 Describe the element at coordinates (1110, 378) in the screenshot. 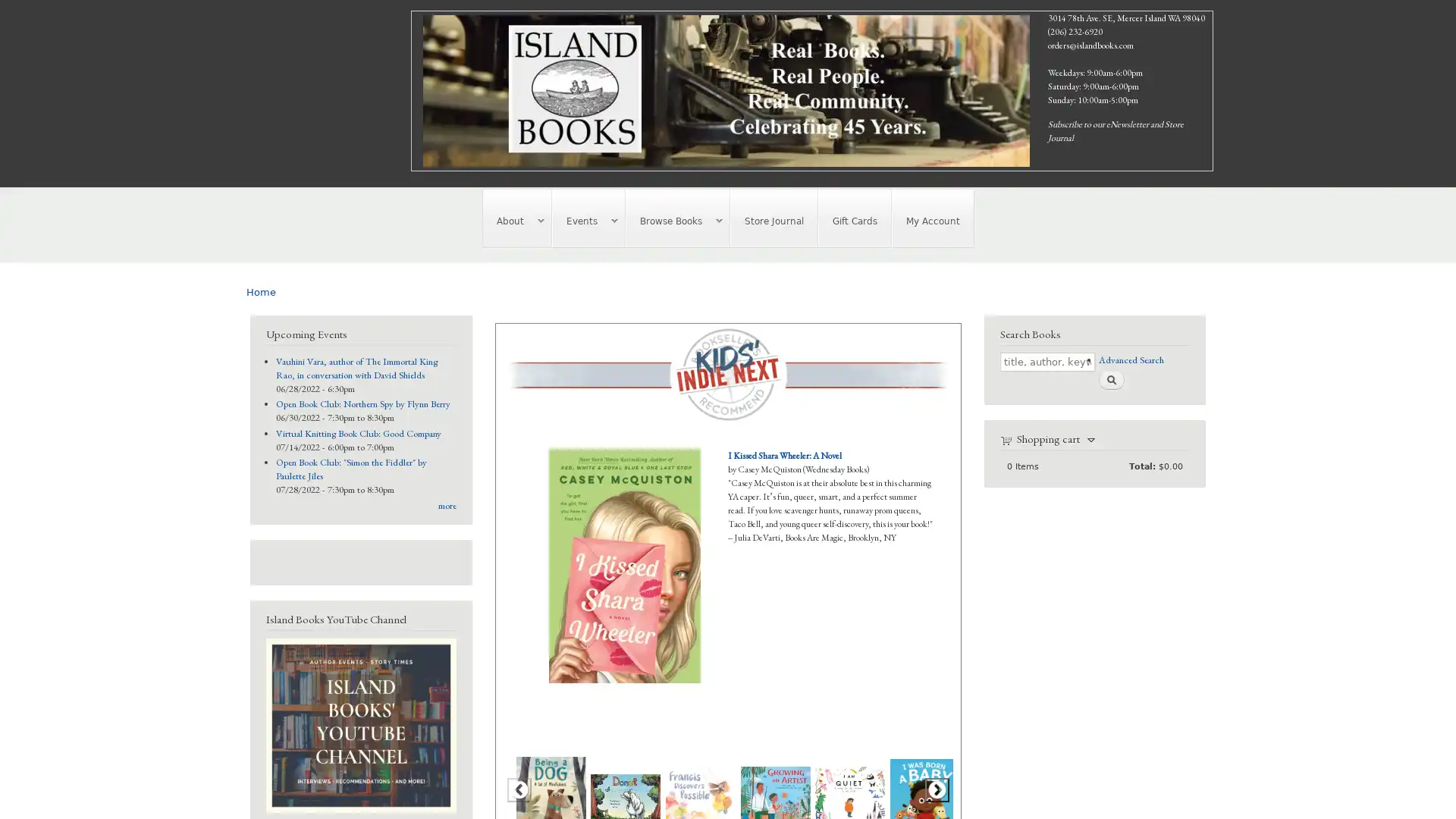

I see `Search` at that location.